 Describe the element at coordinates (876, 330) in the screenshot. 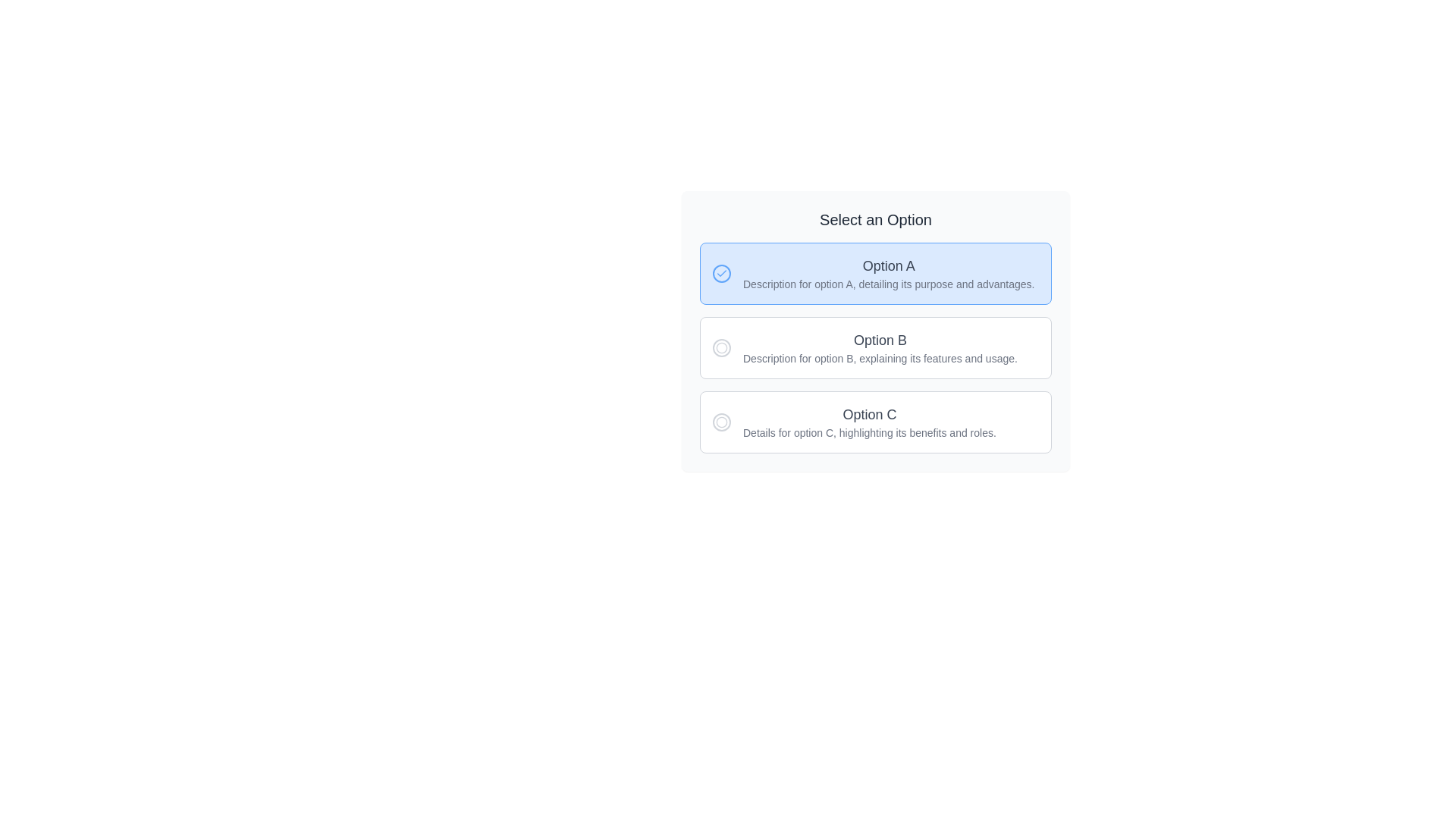

I see `the second option panel labeled 'Option B'` at that location.